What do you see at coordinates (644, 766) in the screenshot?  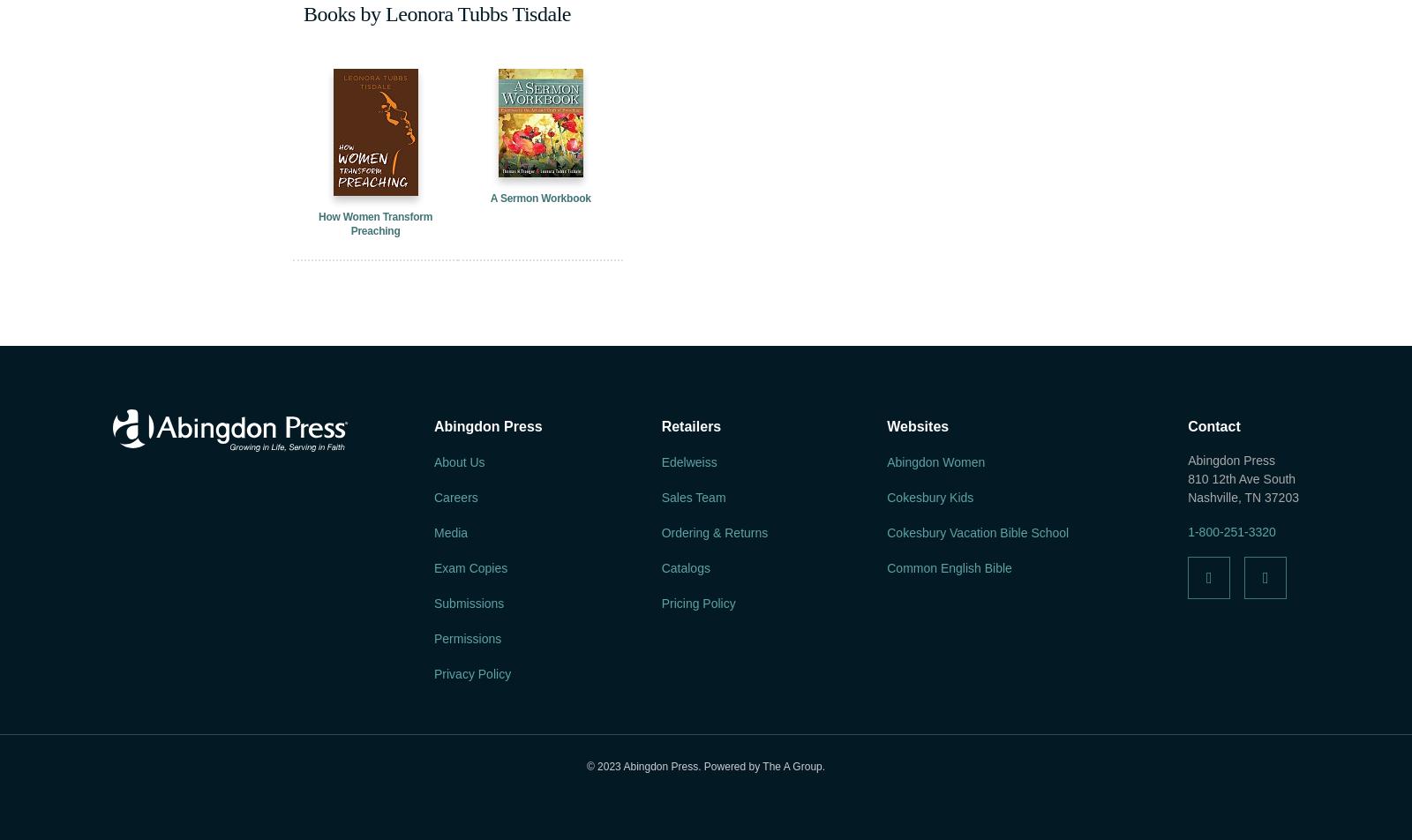 I see `'© 2023 Abingdon Press.'` at bounding box center [644, 766].